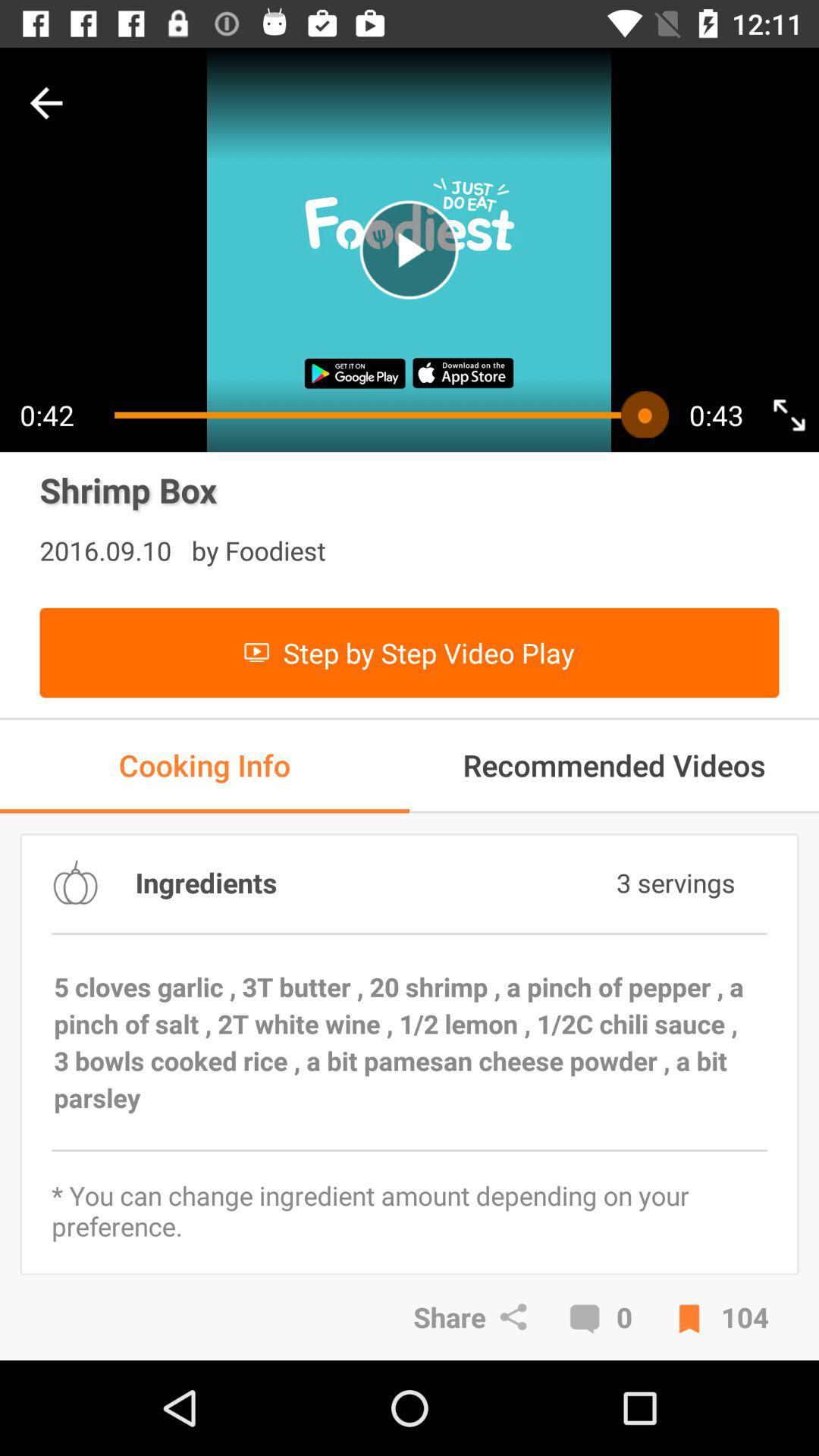  Describe the element at coordinates (408, 249) in the screenshot. I see `button` at that location.